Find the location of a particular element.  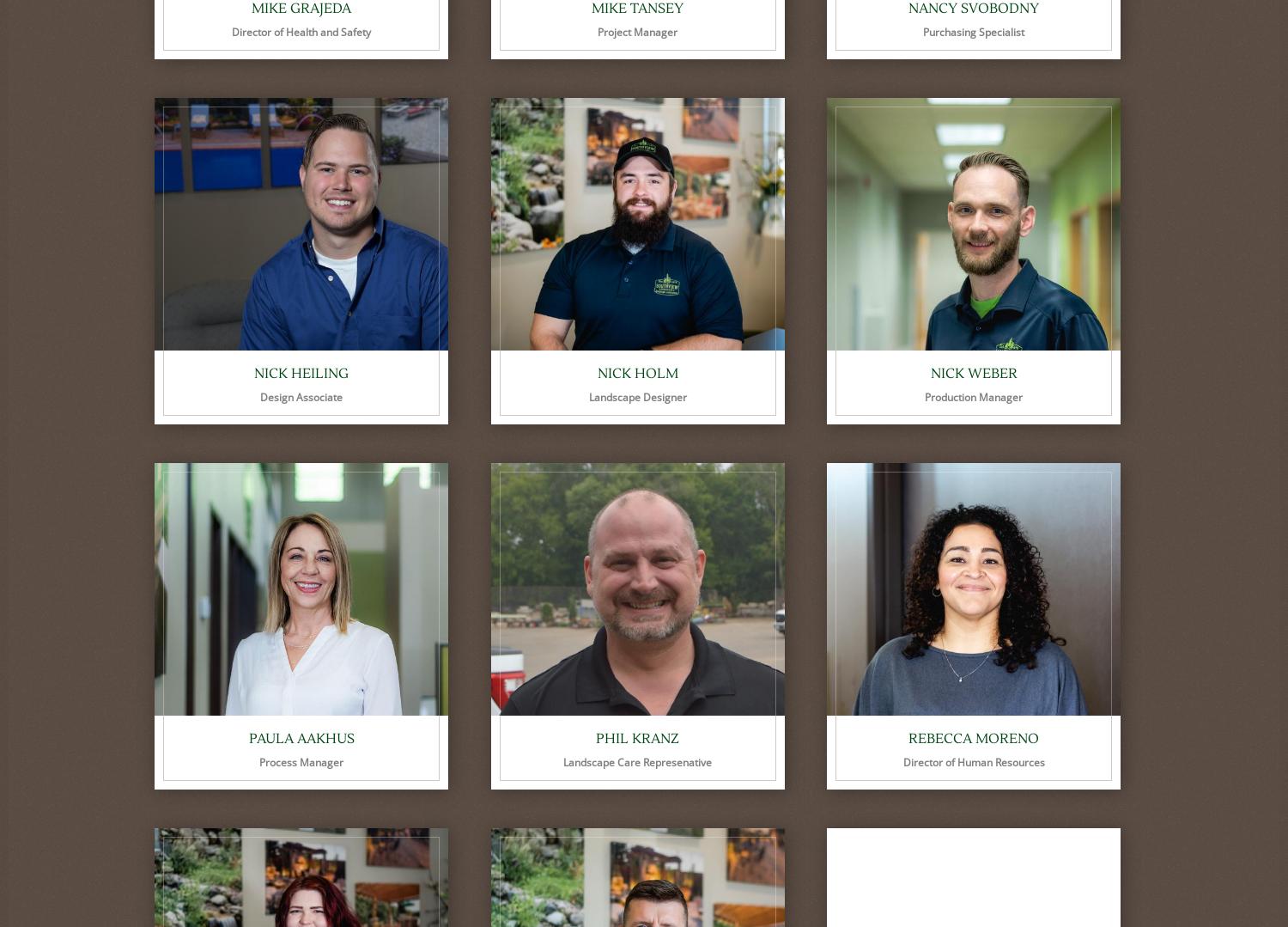

'Rebecca Moreno' is located at coordinates (974, 738).